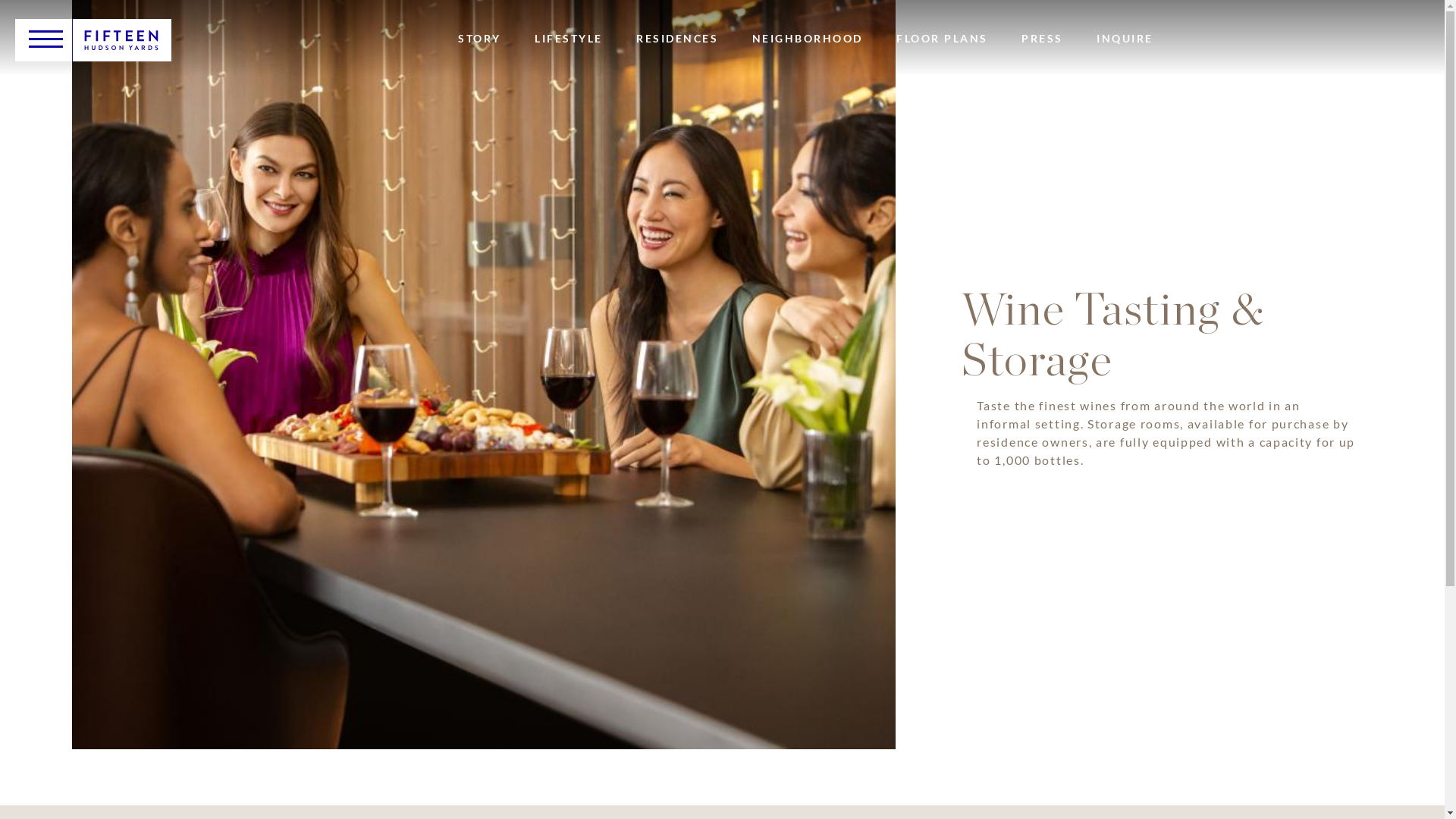  Describe the element at coordinates (1096, 37) in the screenshot. I see `'INQUIRE'` at that location.